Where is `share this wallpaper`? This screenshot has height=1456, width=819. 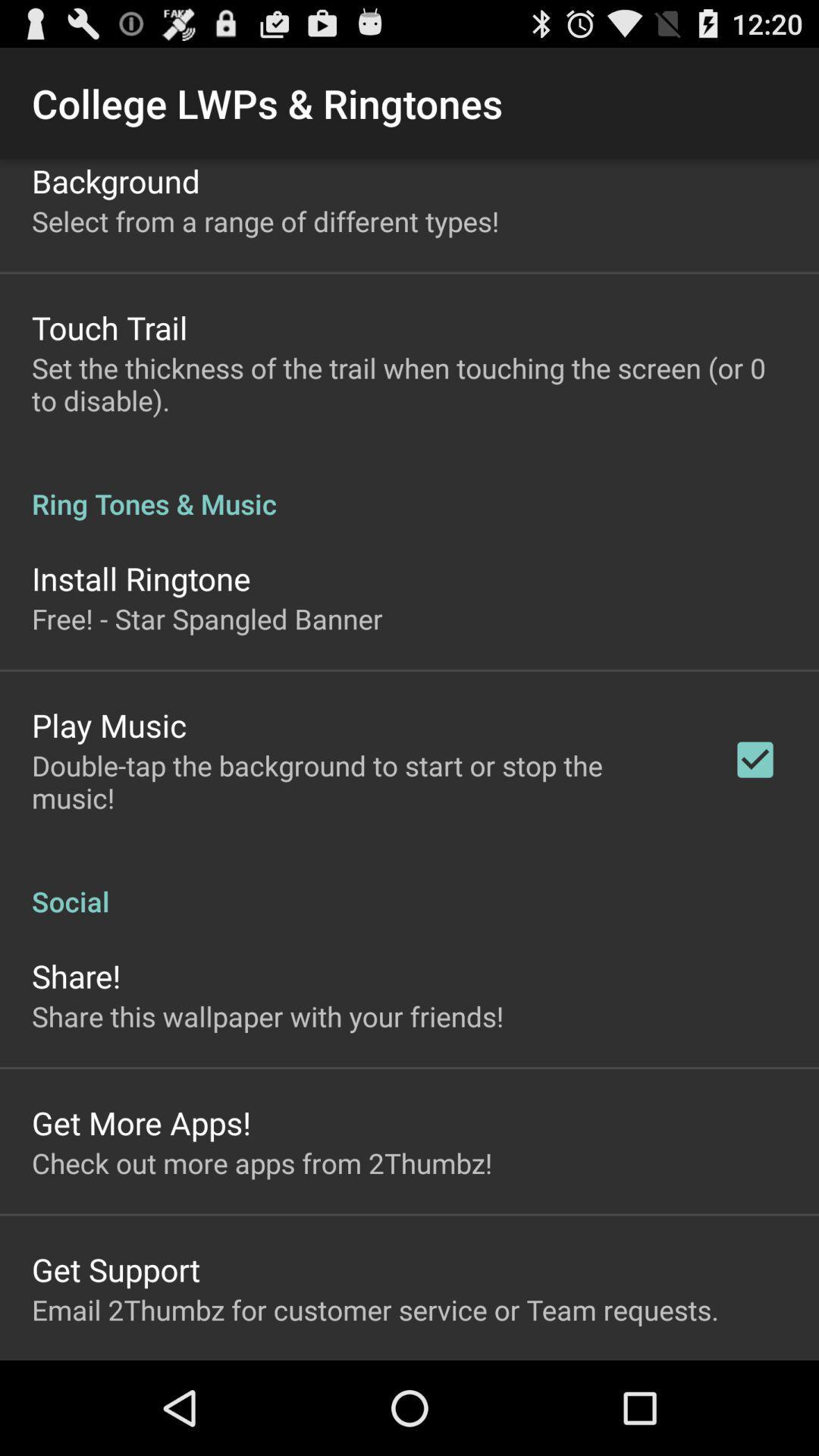 share this wallpaper is located at coordinates (267, 1016).